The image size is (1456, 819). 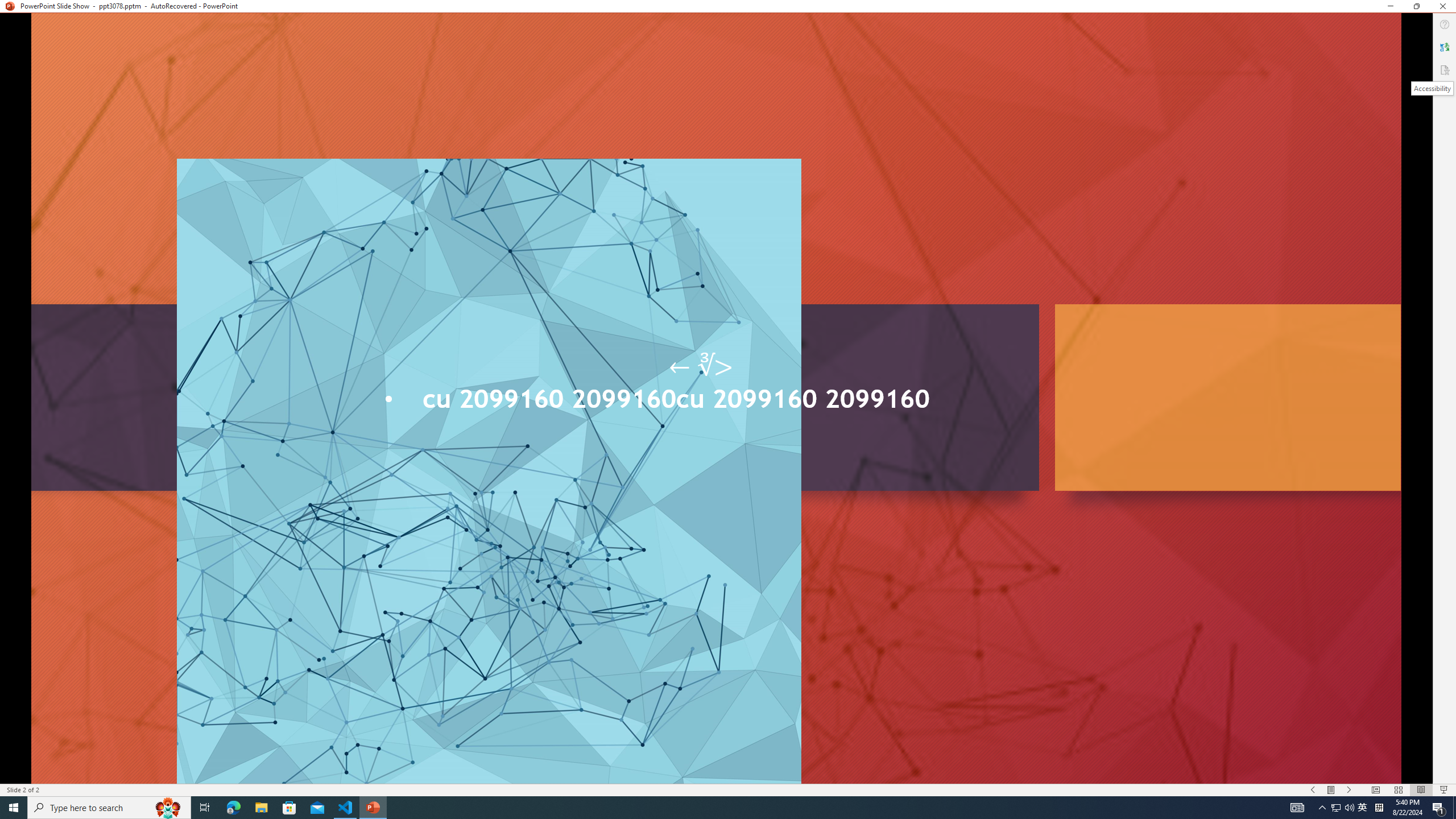 What do you see at coordinates (1331, 790) in the screenshot?
I see `'Menu On'` at bounding box center [1331, 790].